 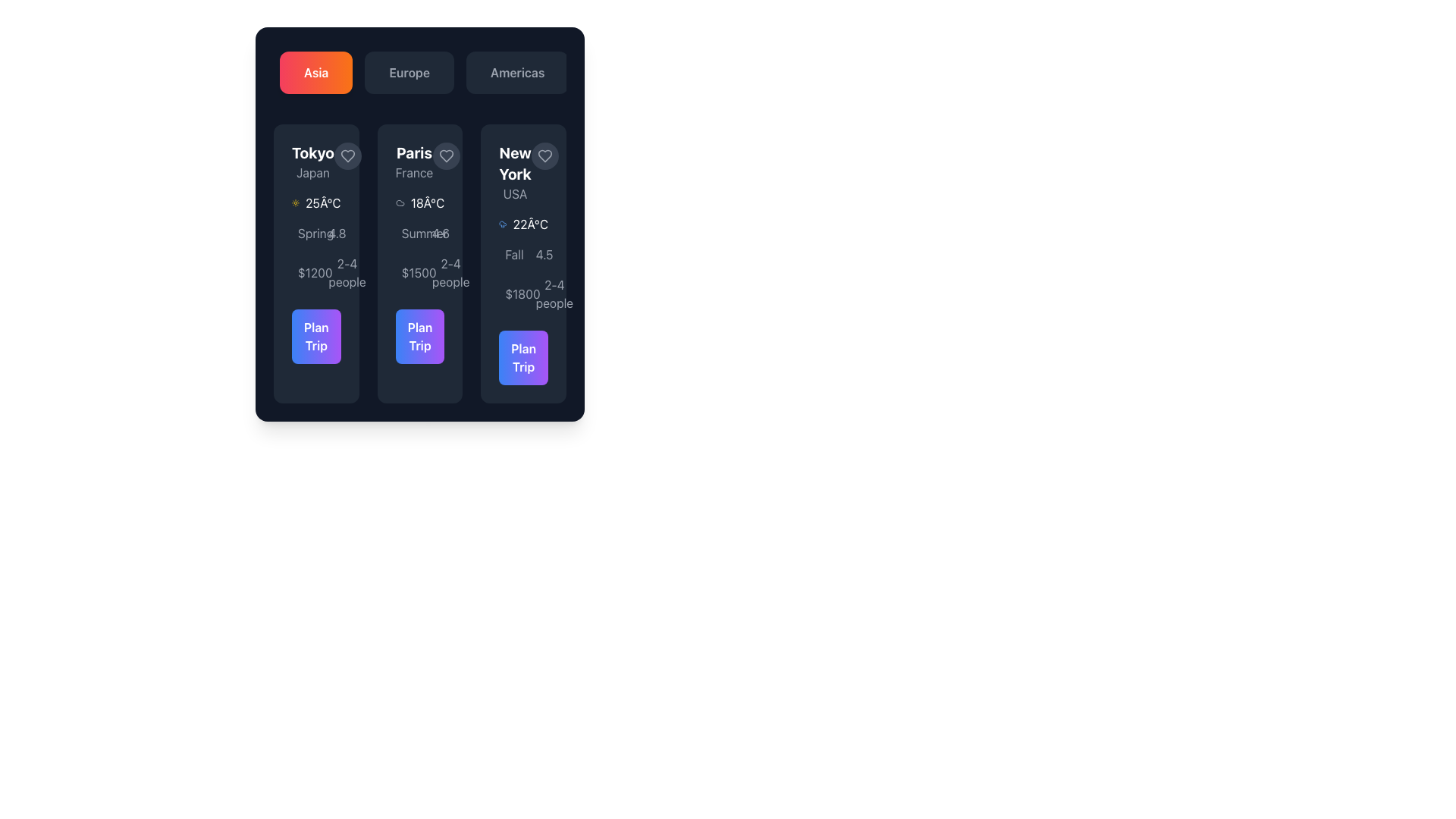 What do you see at coordinates (523, 357) in the screenshot?
I see `the 'Plan Trip' button located at the bottom of the 'New York' card to initiate the trip planning process` at bounding box center [523, 357].